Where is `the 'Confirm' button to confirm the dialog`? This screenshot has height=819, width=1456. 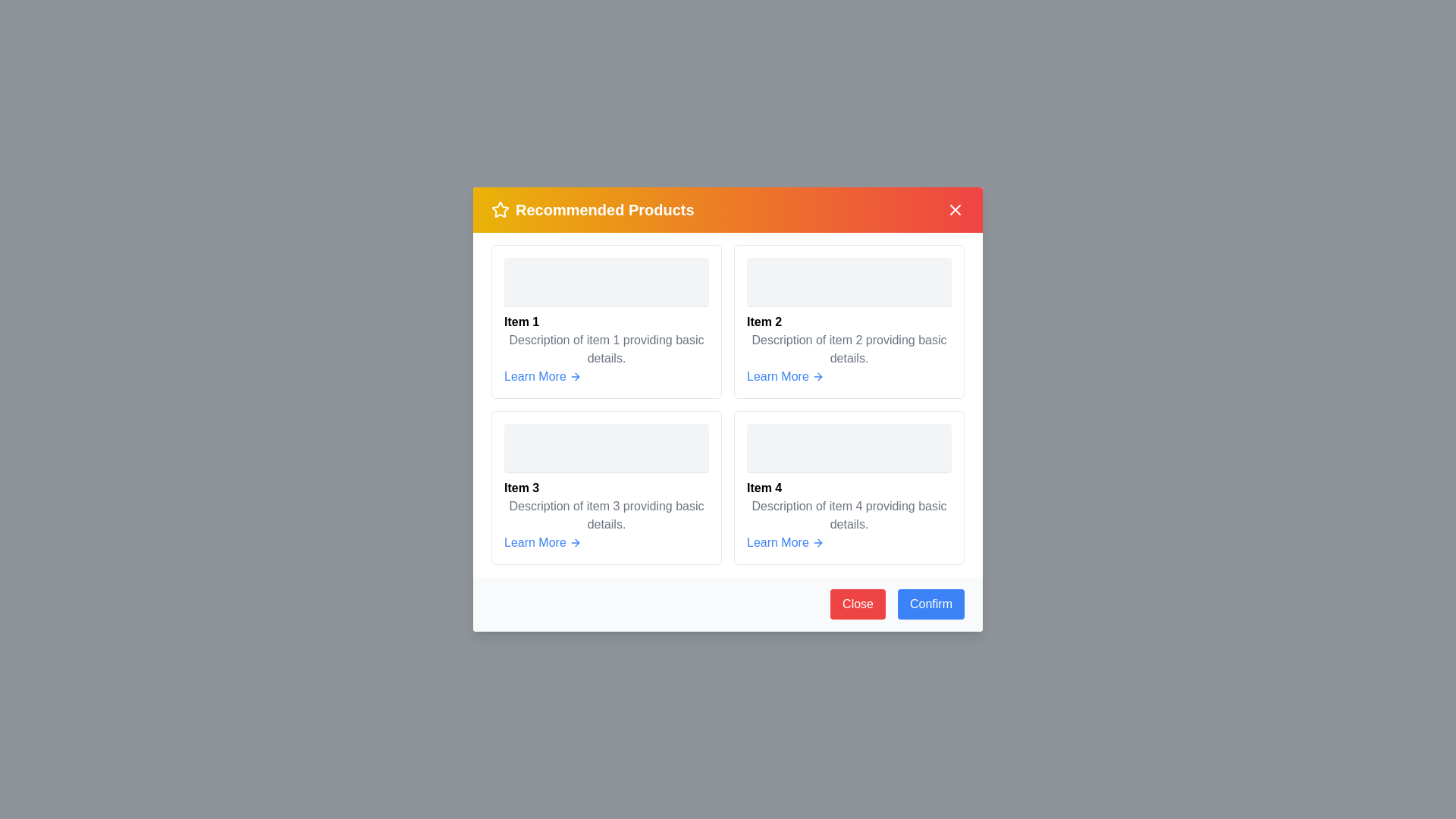 the 'Confirm' button to confirm the dialog is located at coordinates (930, 604).